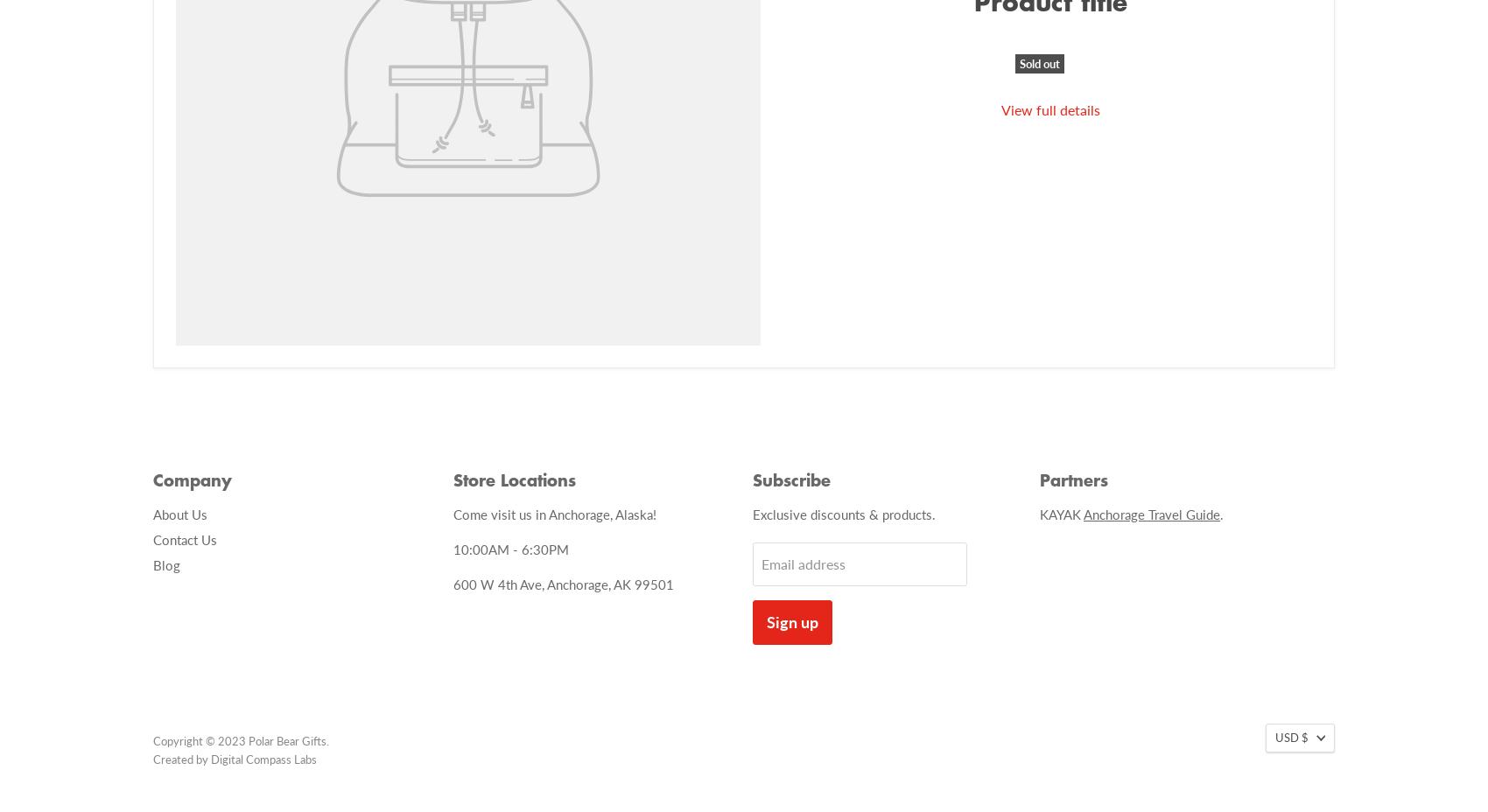 The image size is (1488, 812). What do you see at coordinates (165, 563) in the screenshot?
I see `'Blog'` at bounding box center [165, 563].